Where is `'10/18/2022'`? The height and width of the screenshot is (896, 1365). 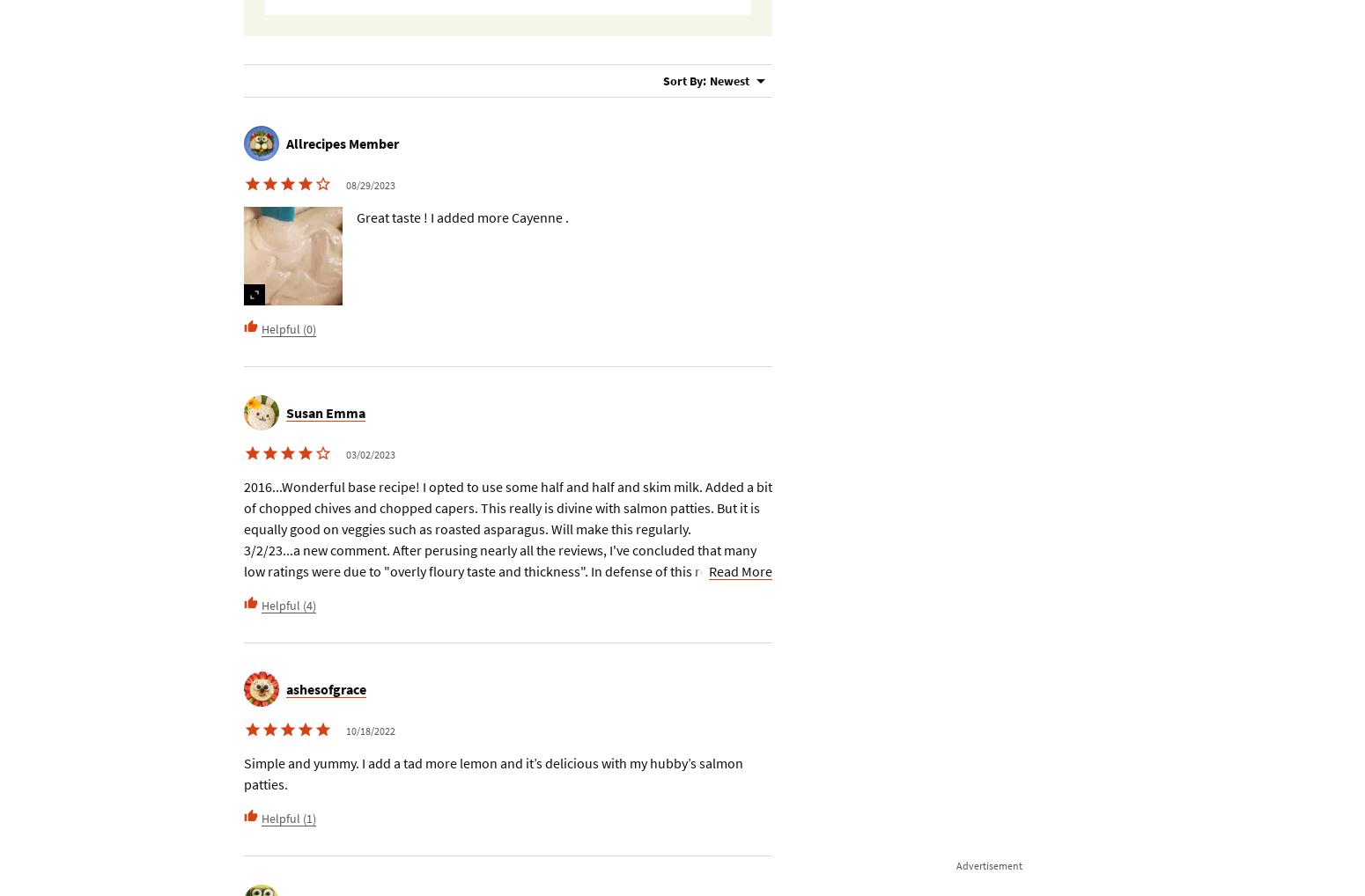 '10/18/2022' is located at coordinates (345, 730).